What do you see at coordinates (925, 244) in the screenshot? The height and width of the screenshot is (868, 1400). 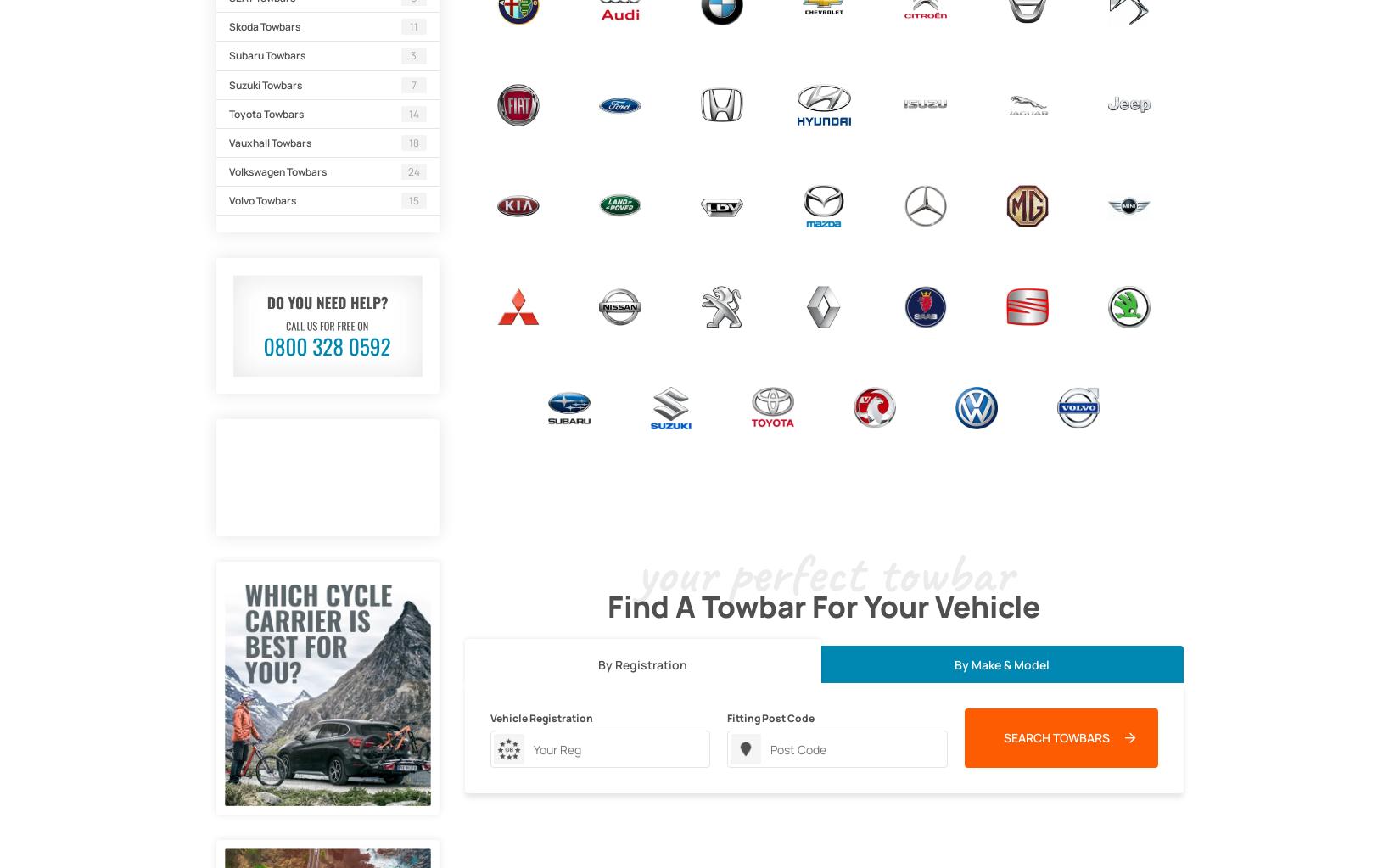 I see `'Mercedes Towbars'` at bounding box center [925, 244].